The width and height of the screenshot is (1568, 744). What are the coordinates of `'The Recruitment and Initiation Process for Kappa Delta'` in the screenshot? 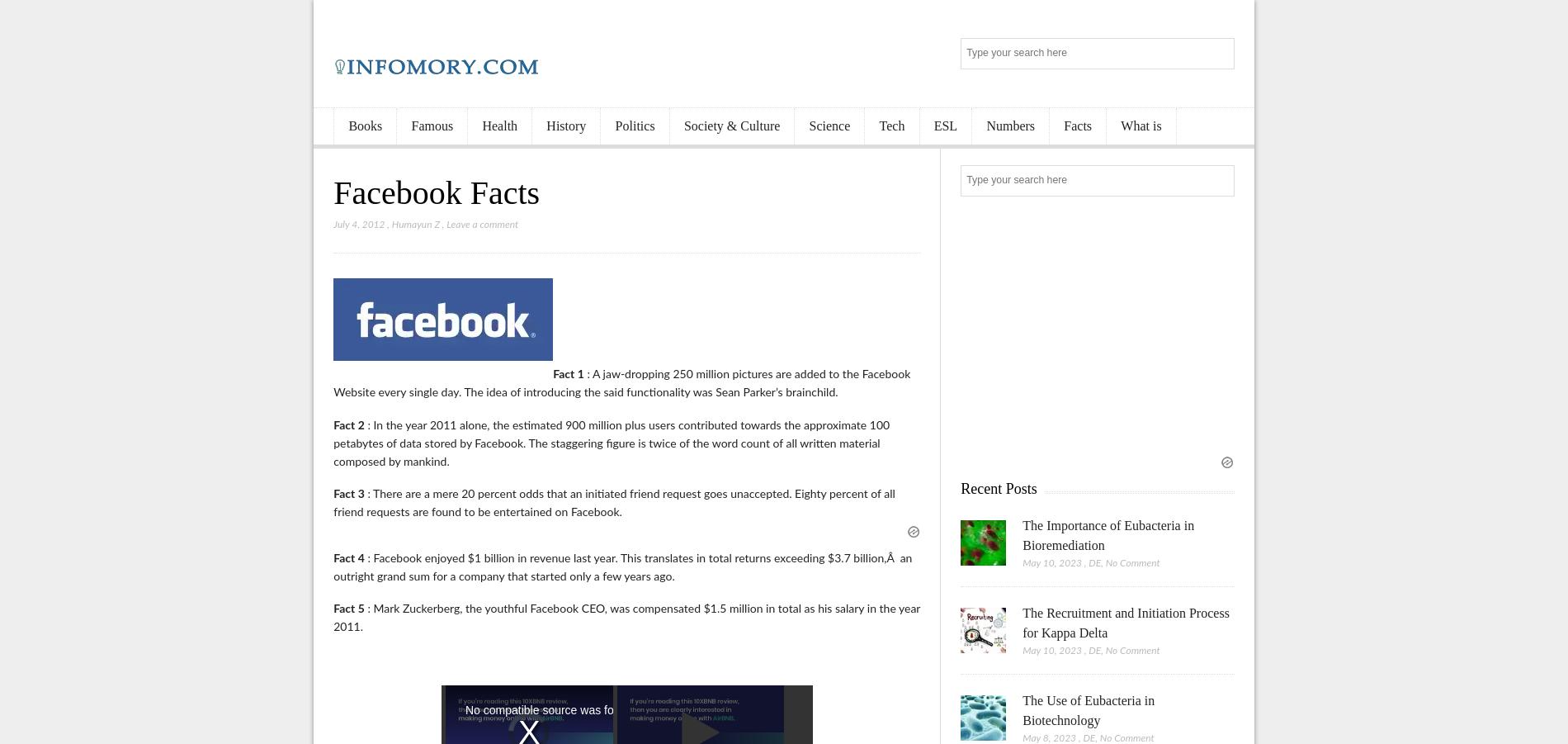 It's located at (1125, 622).